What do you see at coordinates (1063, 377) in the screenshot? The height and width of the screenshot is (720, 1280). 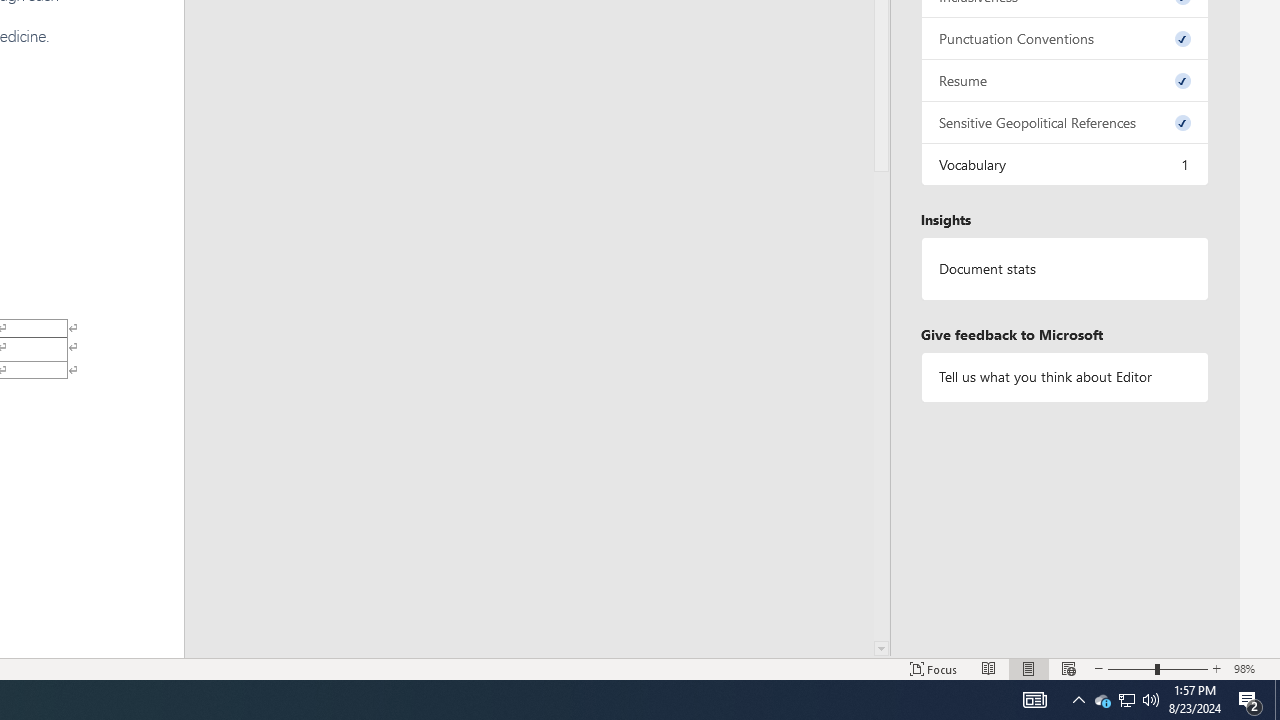 I see `'Tell us what you think about Editor'` at bounding box center [1063, 377].